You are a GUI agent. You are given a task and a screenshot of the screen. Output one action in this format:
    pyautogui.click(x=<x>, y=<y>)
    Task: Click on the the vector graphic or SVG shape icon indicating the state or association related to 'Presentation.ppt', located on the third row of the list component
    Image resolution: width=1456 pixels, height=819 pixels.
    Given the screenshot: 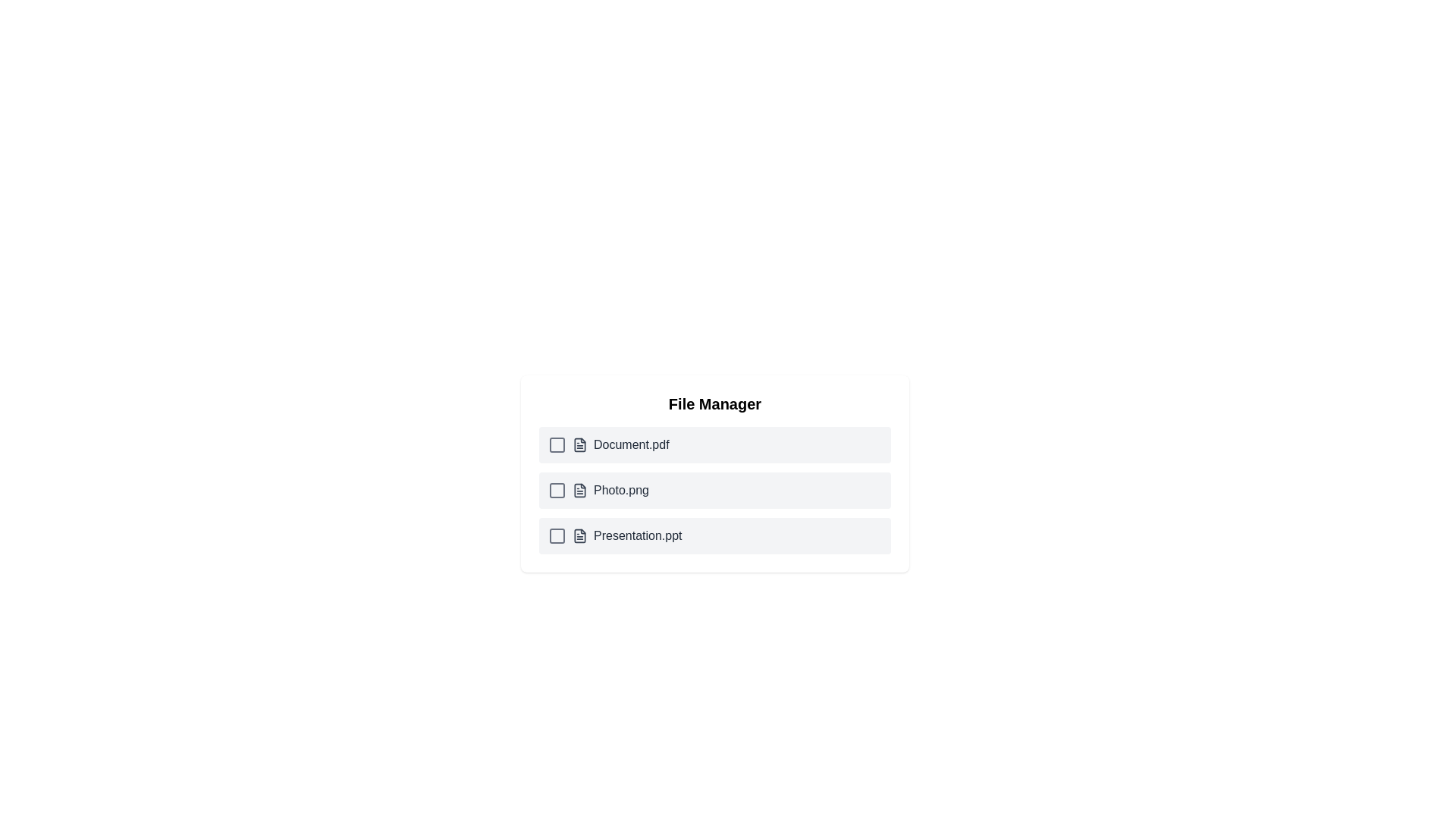 What is the action you would take?
    pyautogui.click(x=556, y=535)
    